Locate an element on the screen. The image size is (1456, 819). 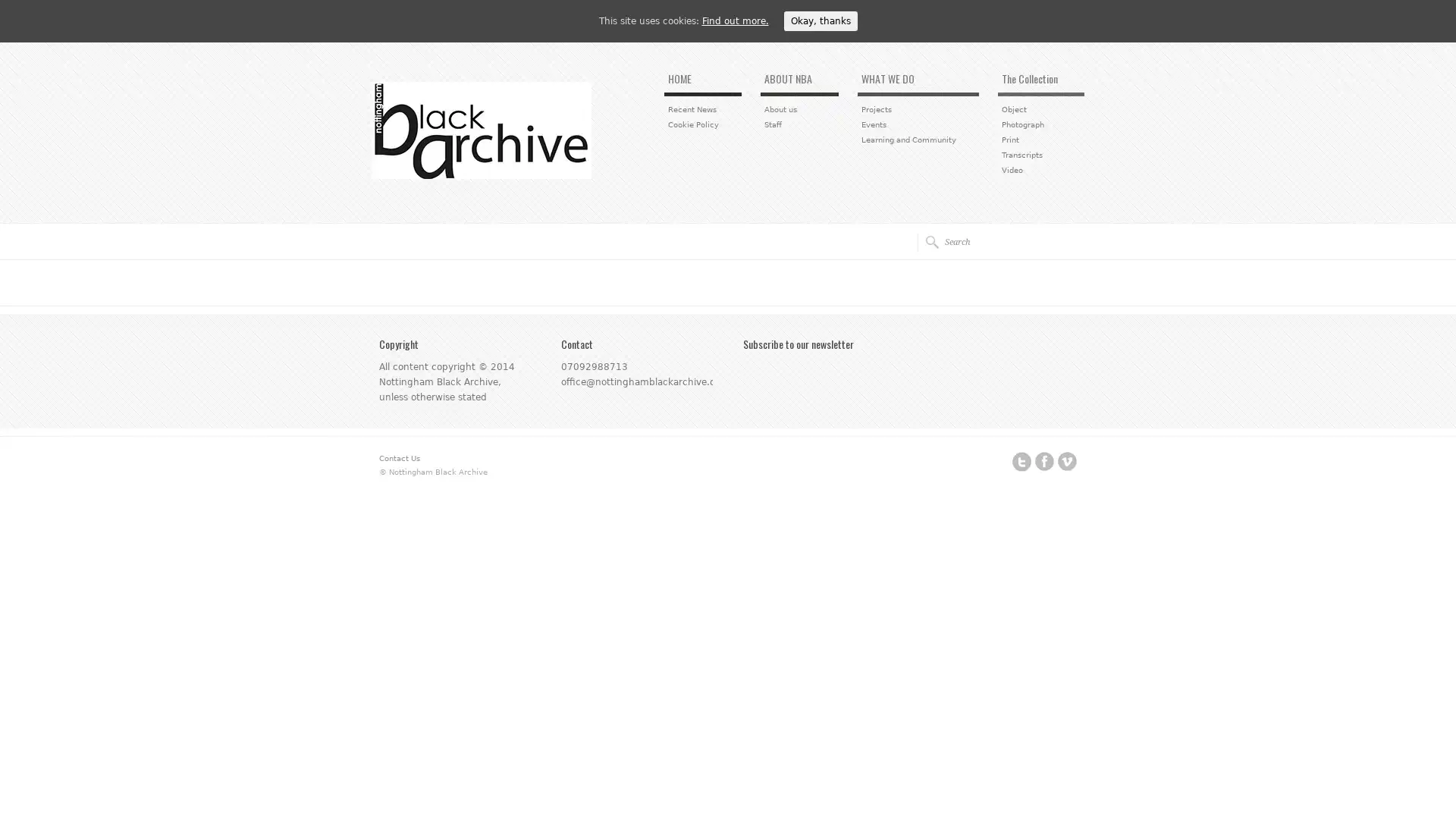
Okay, thanks is located at coordinates (819, 20).